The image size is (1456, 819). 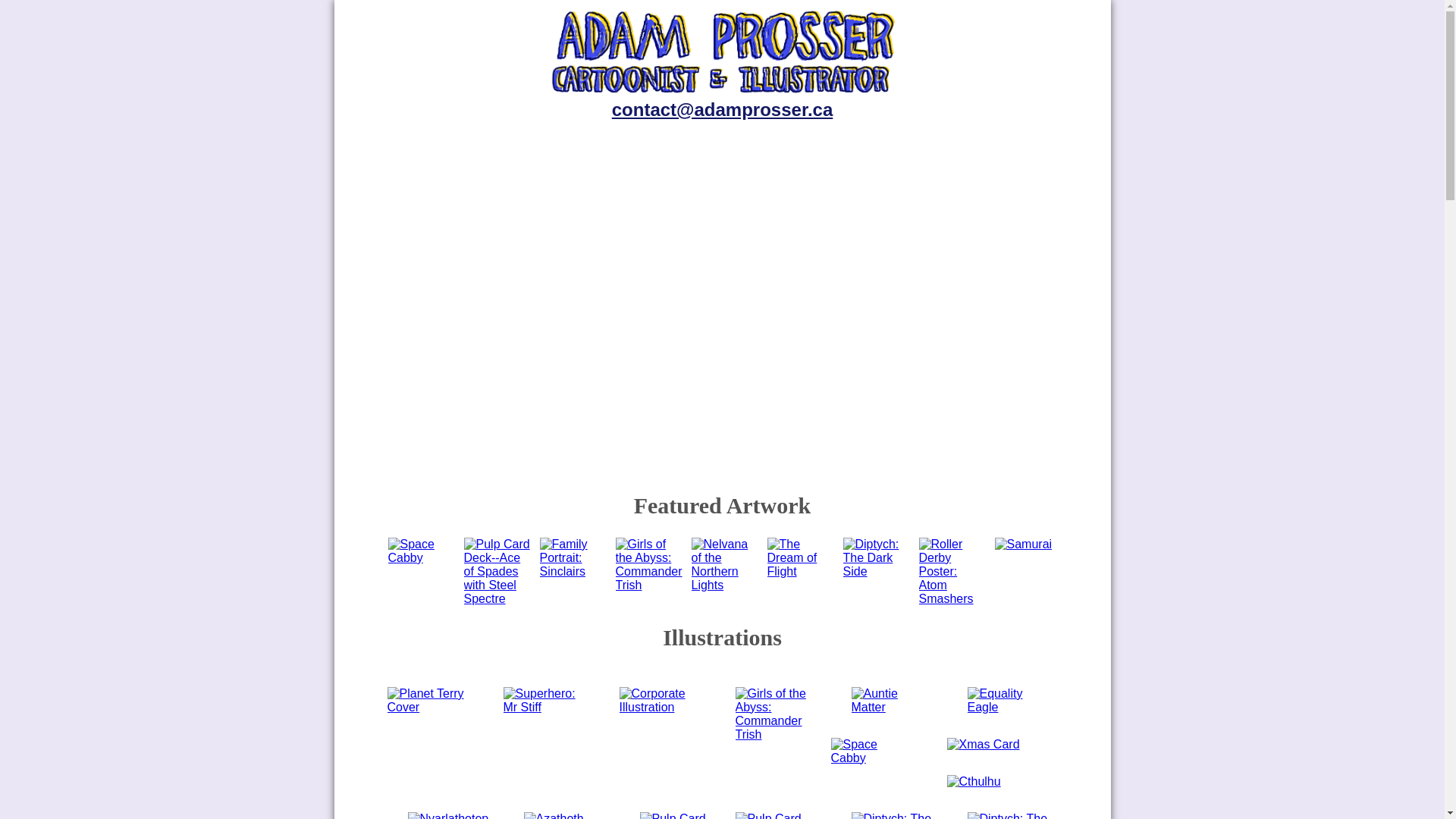 What do you see at coordinates (1023, 543) in the screenshot?
I see `'Samurai'` at bounding box center [1023, 543].